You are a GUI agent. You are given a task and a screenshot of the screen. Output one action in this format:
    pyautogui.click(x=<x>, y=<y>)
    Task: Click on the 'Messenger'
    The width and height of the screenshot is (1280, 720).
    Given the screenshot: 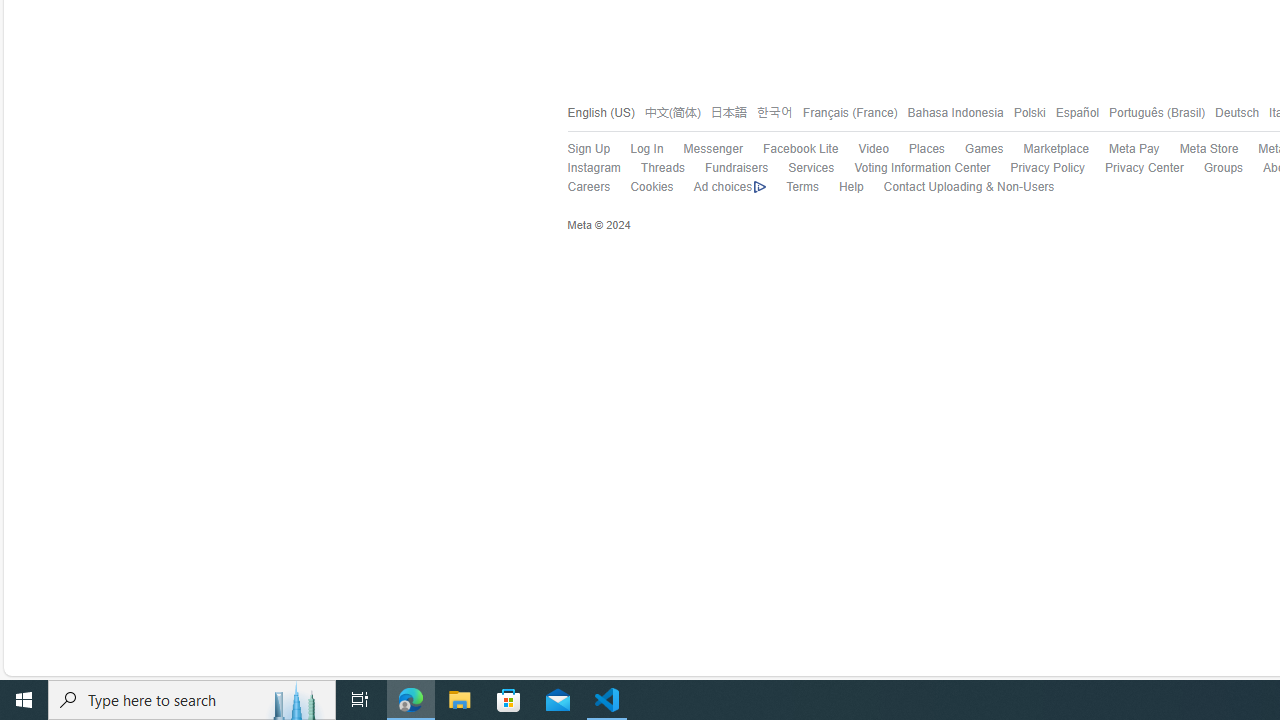 What is the action you would take?
    pyautogui.click(x=702, y=148)
    